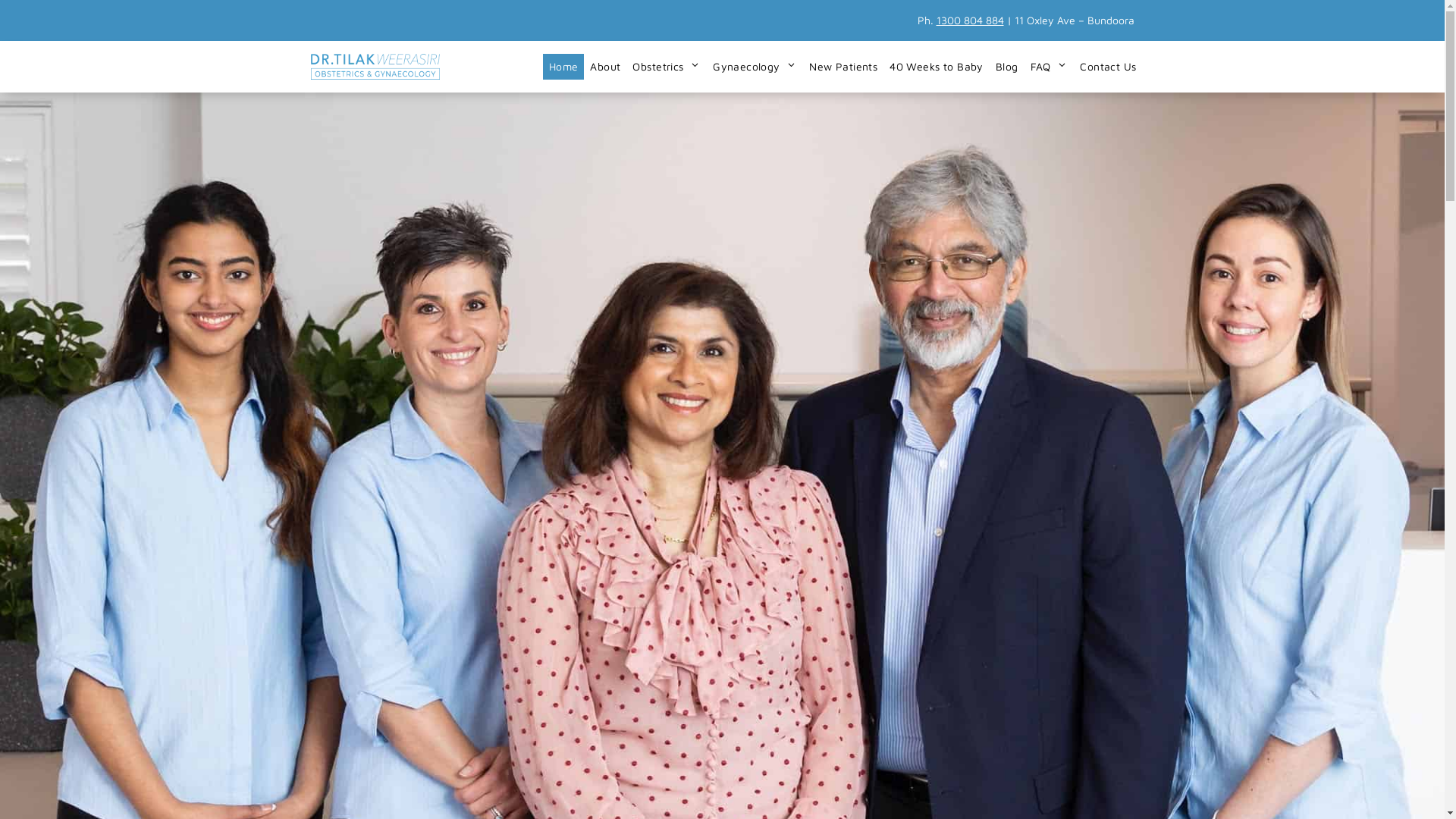  I want to click on 'Contact Us', so click(1107, 65).